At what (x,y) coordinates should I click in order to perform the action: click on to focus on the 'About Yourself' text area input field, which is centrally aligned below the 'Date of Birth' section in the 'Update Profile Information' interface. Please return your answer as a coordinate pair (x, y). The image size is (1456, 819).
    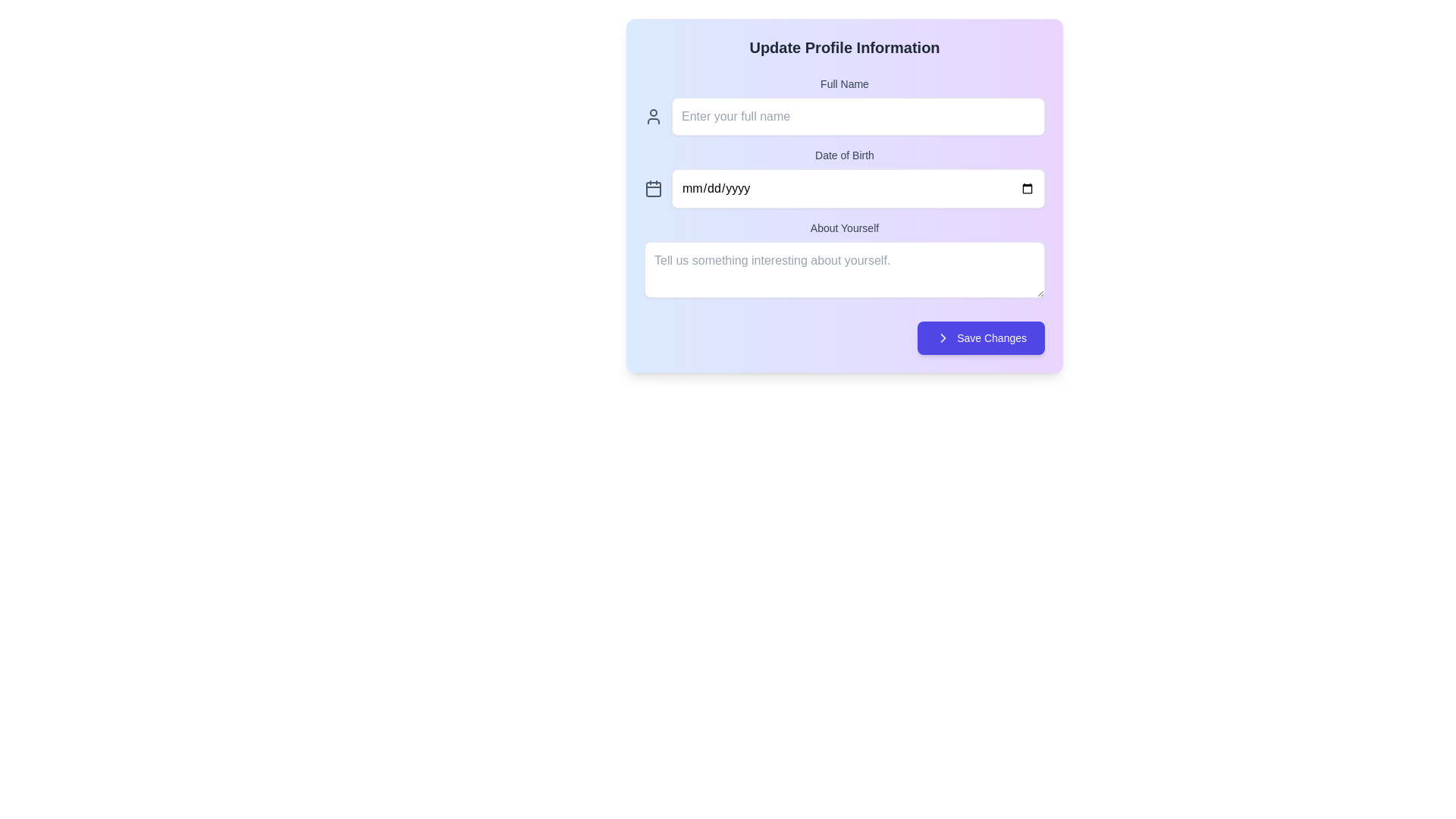
    Looking at the image, I should click on (843, 260).